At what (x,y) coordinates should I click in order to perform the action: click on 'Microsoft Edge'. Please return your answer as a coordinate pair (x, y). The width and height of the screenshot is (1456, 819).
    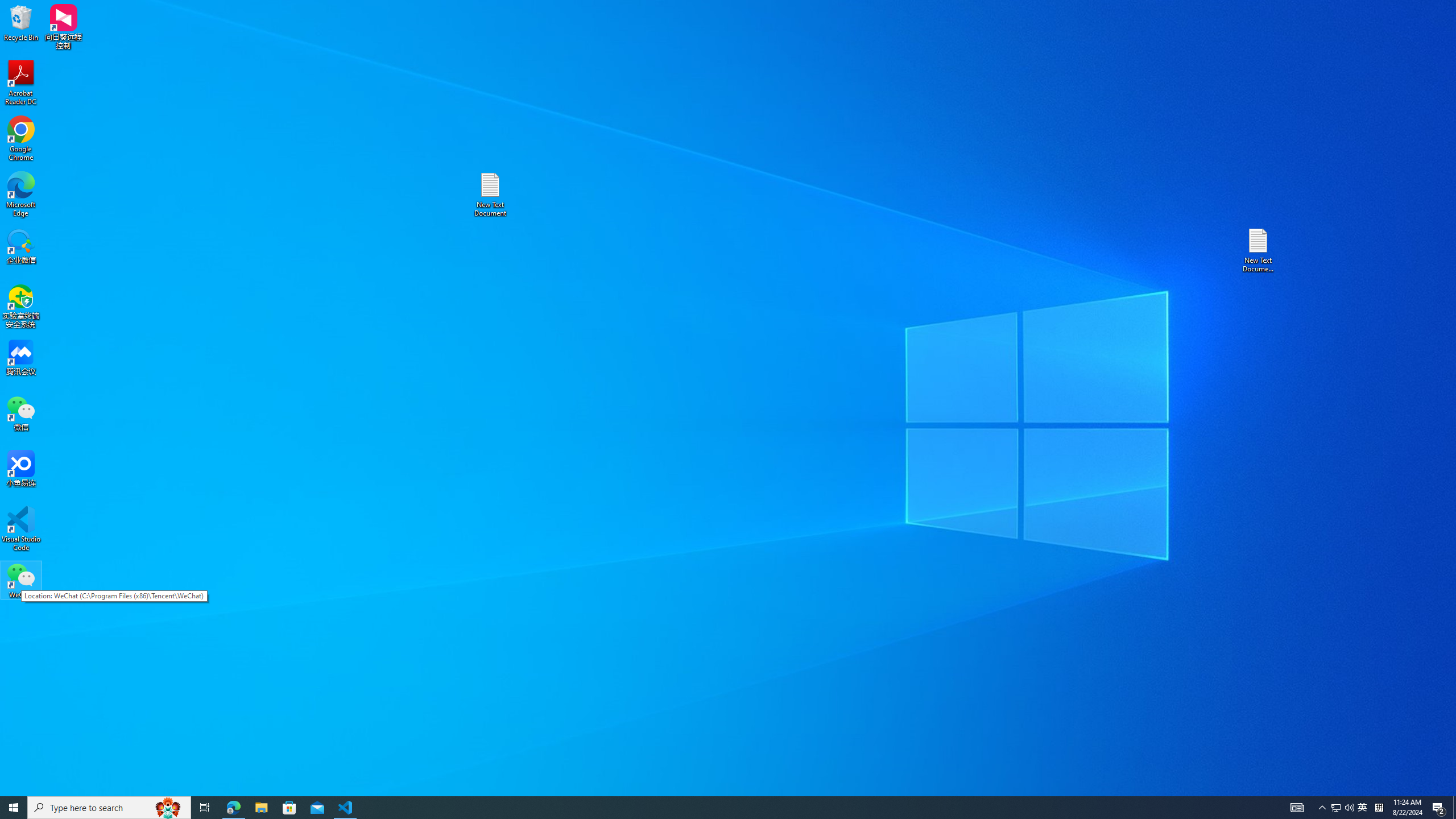
    Looking at the image, I should click on (20, 194).